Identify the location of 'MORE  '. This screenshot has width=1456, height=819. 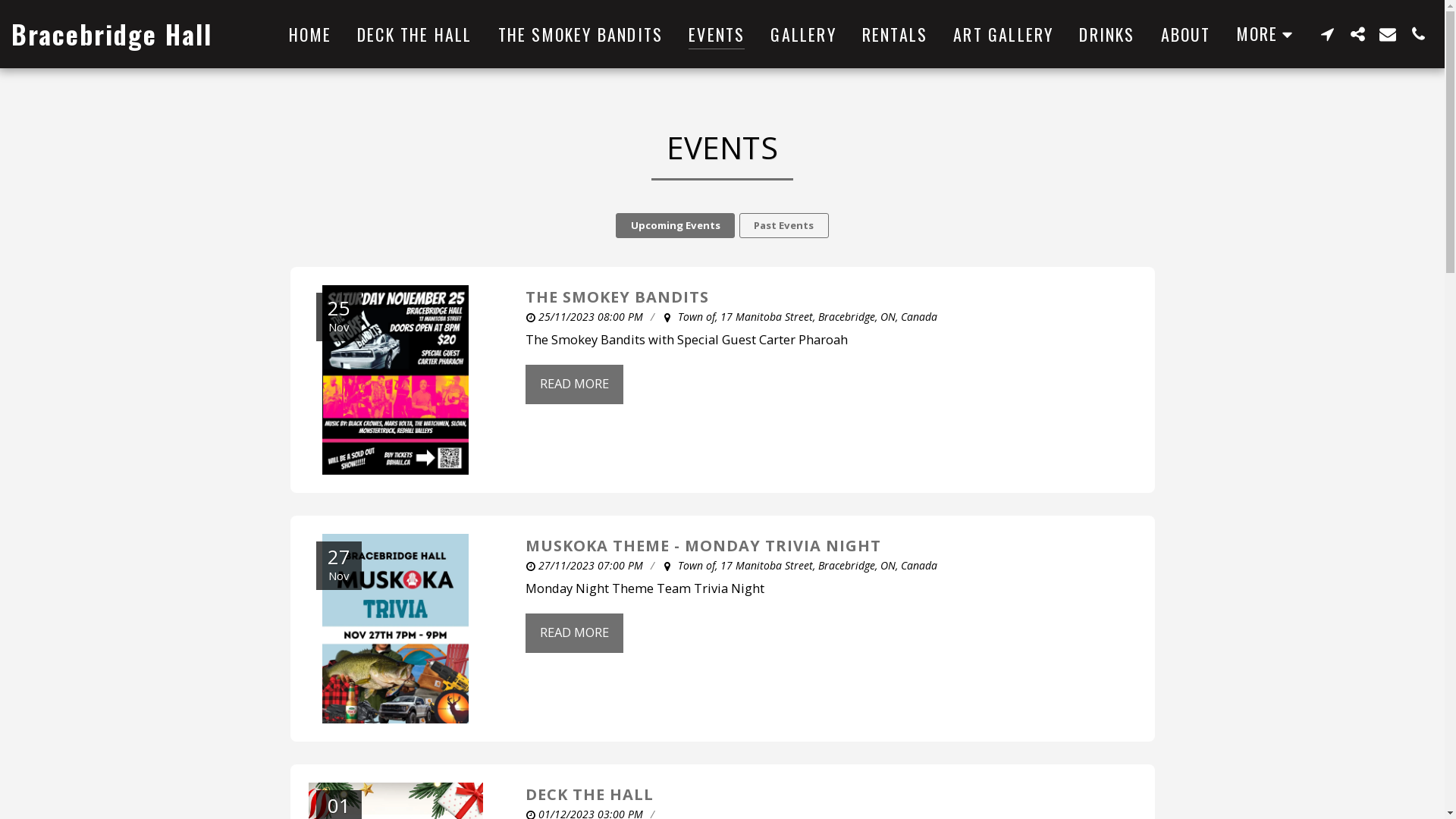
(1267, 33).